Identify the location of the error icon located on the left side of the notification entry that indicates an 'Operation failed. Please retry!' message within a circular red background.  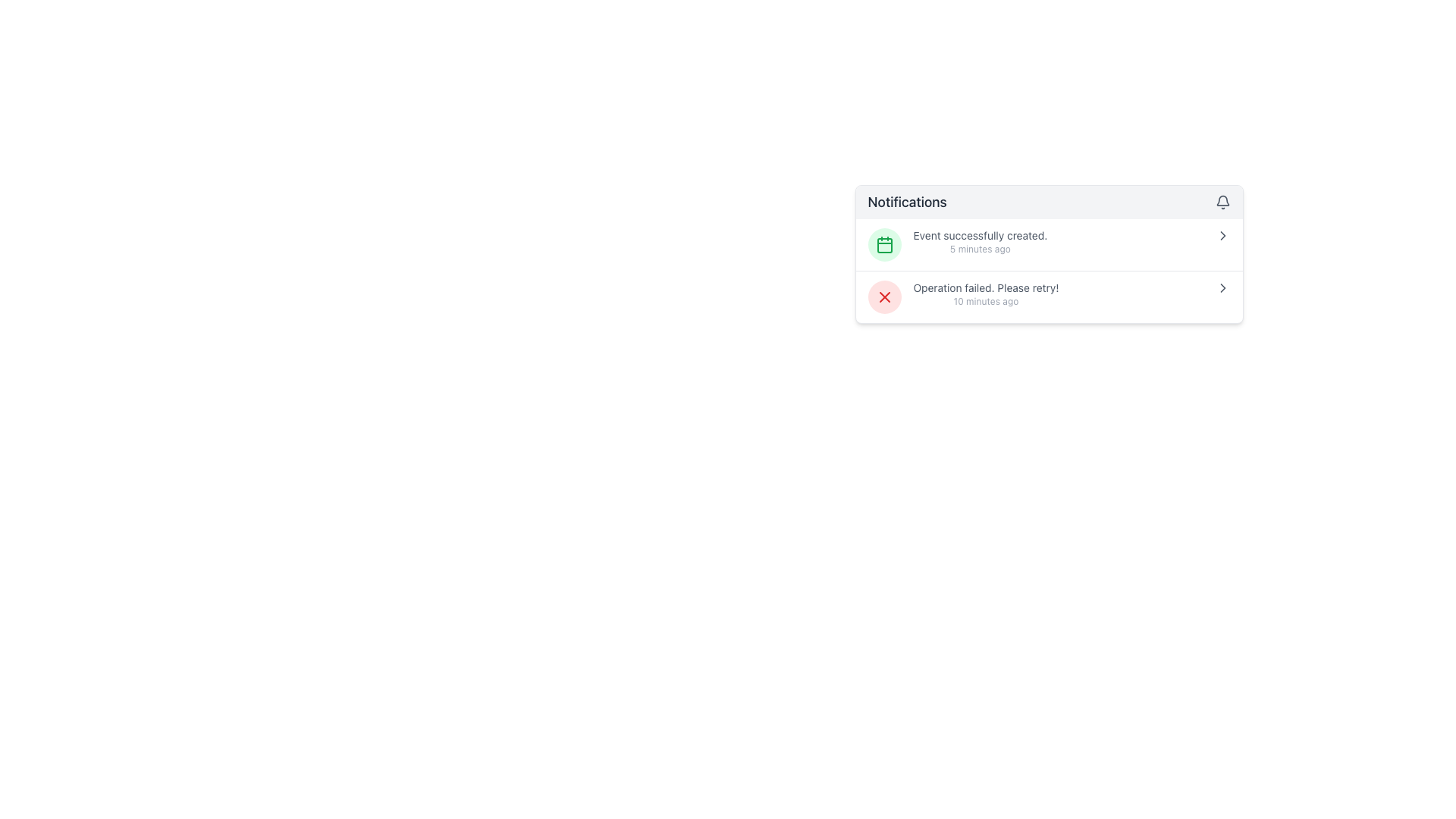
(884, 297).